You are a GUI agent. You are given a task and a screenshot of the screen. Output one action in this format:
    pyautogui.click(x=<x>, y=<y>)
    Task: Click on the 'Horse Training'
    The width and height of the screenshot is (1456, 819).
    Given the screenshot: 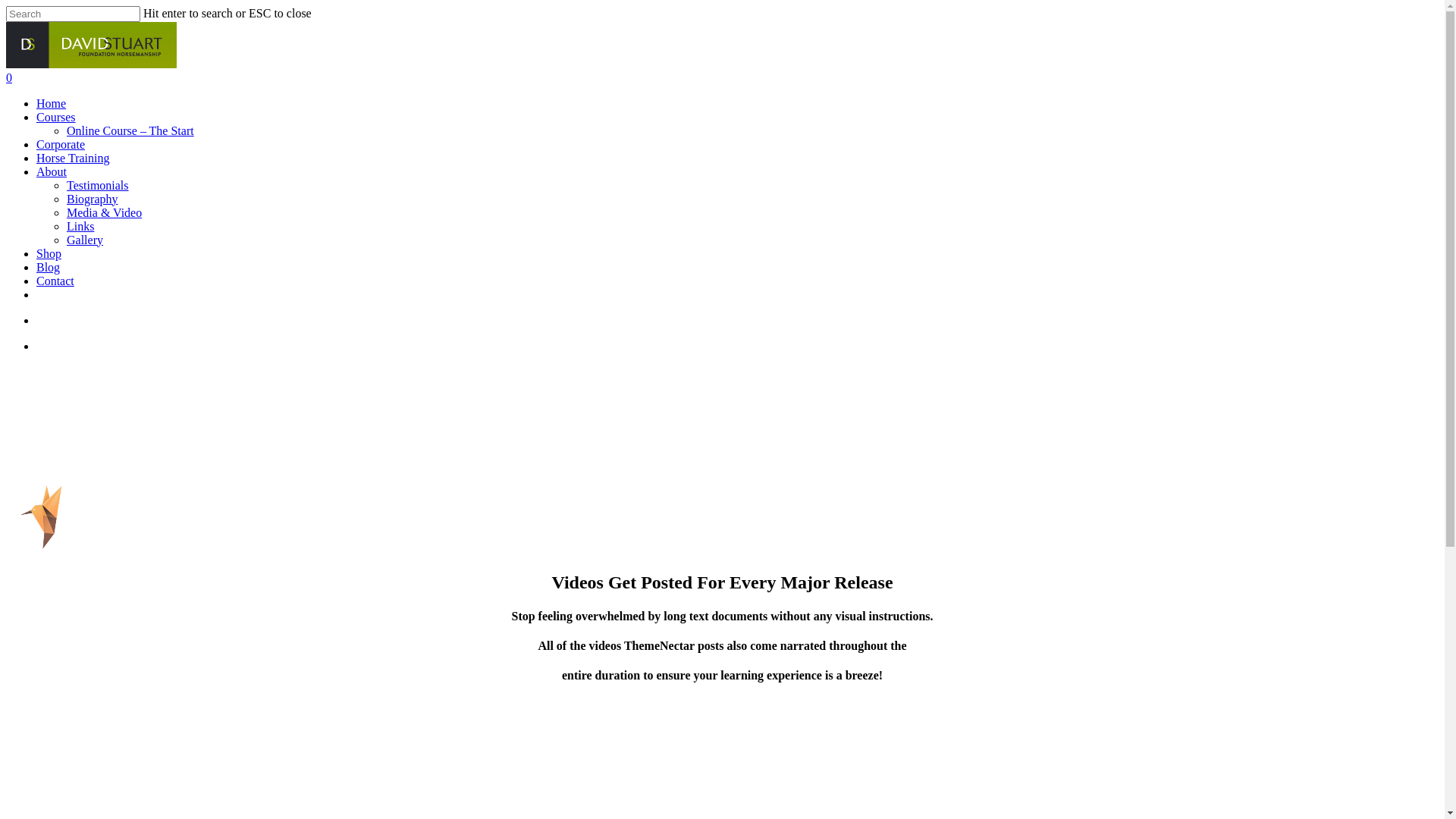 What is the action you would take?
    pyautogui.click(x=72, y=158)
    